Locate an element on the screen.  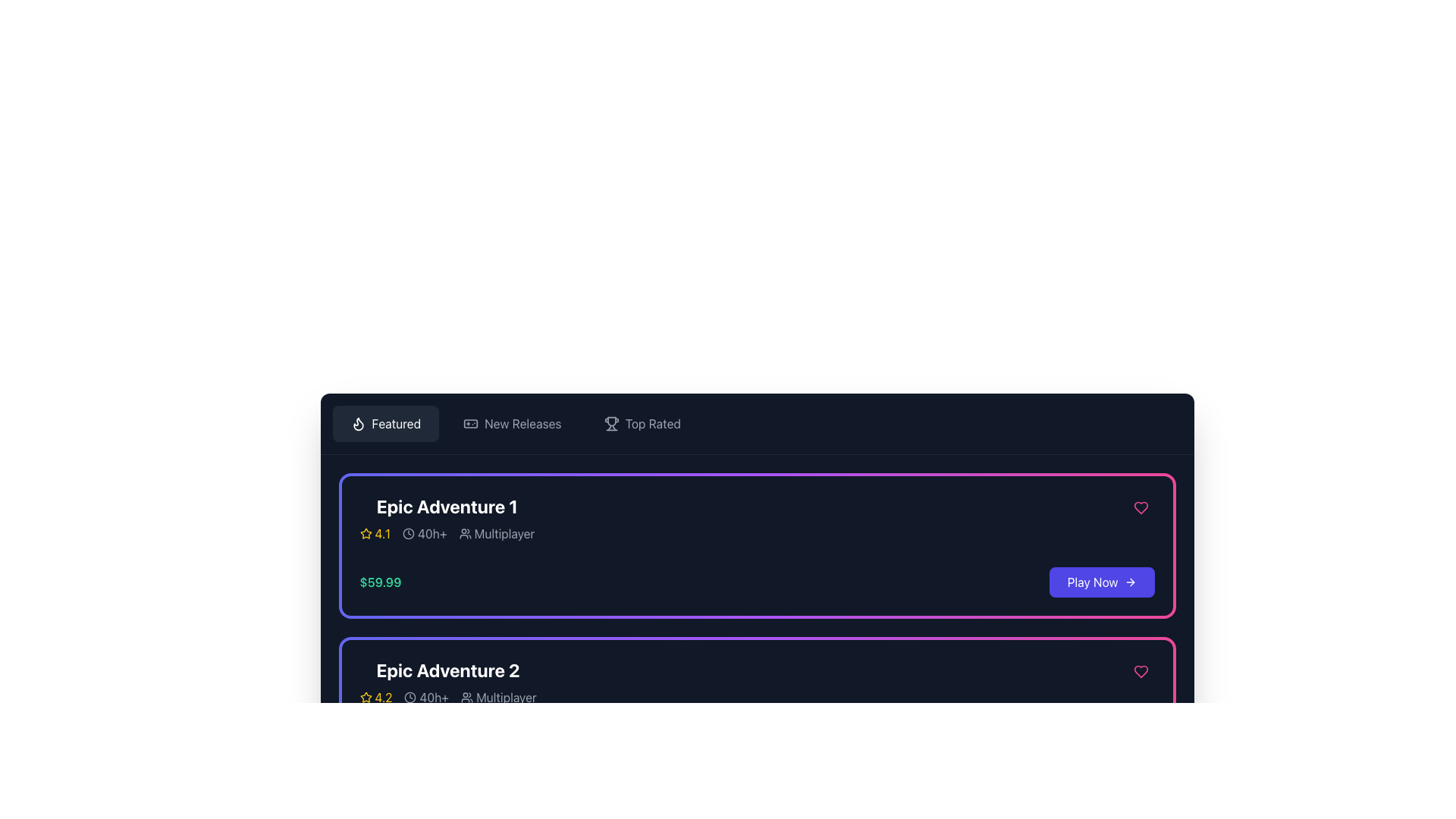
the circular graphic representing the clock icon for 'Epic Adventure 2', which is part of the game listing's metadata elements is located at coordinates (410, 698).